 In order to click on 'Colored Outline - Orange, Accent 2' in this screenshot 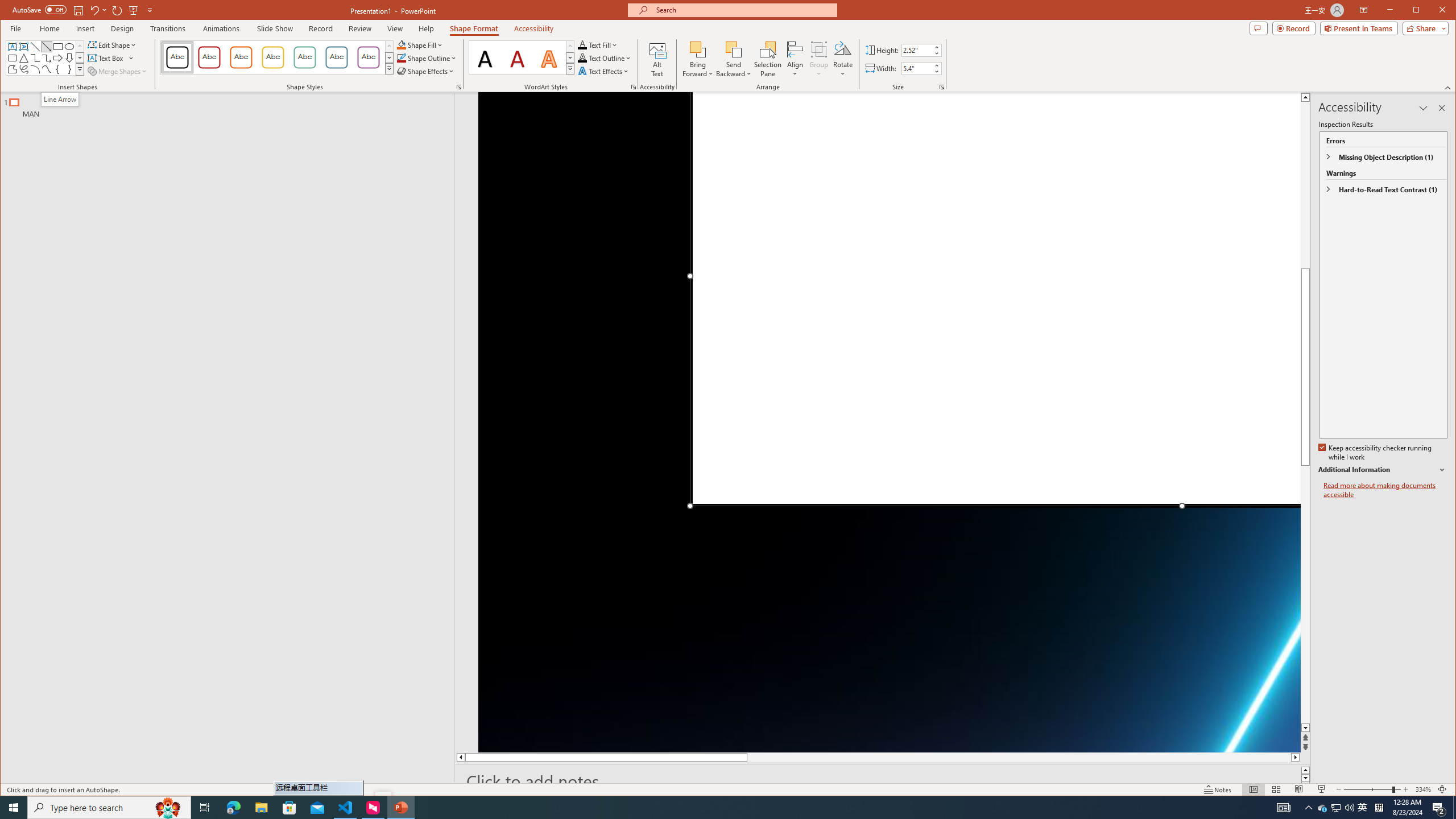, I will do `click(241, 57)`.